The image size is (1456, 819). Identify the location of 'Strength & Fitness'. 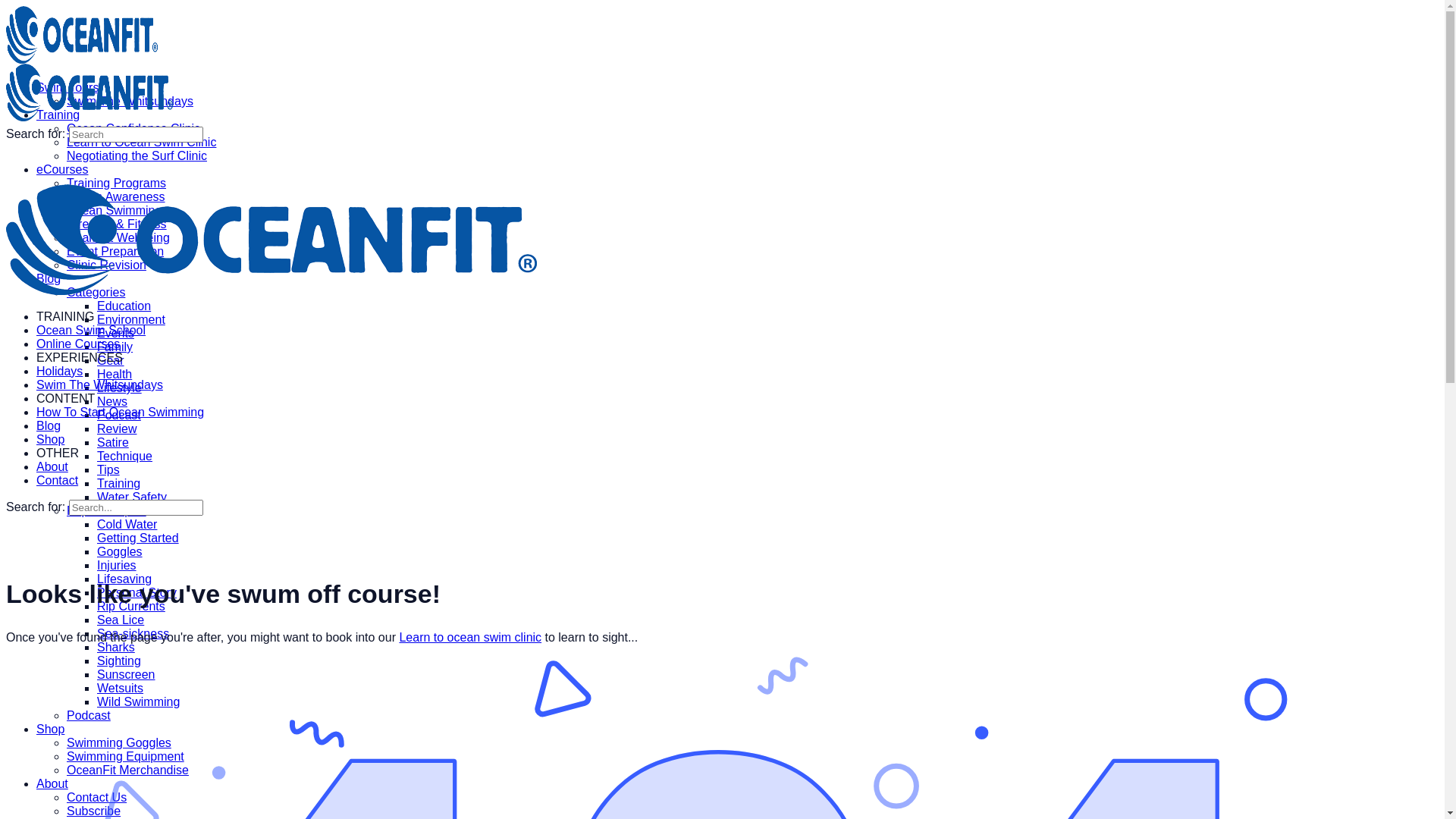
(115, 224).